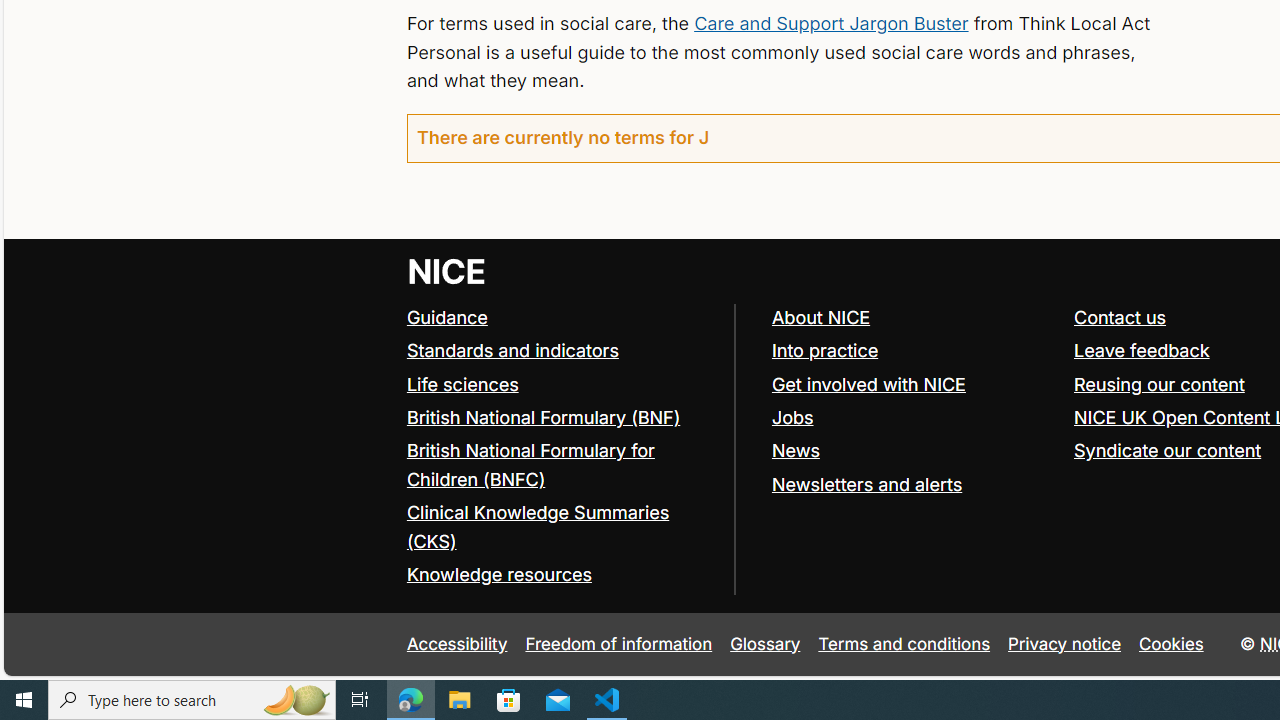 The height and width of the screenshot is (720, 1280). What do you see at coordinates (1171, 644) in the screenshot?
I see `'Cookies'` at bounding box center [1171, 644].